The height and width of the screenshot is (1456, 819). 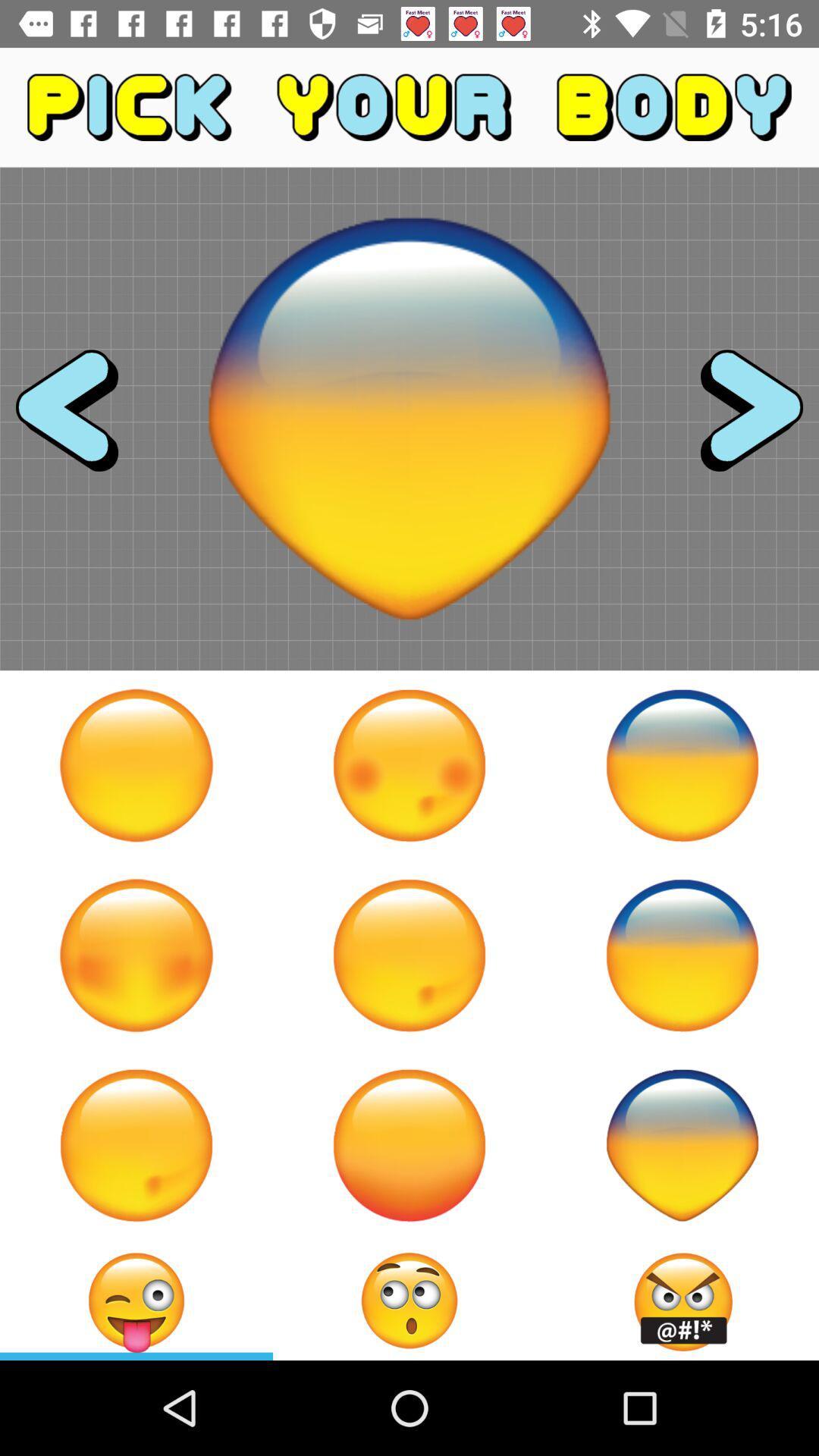 What do you see at coordinates (681, 765) in the screenshot?
I see `quieres ser un emoticono` at bounding box center [681, 765].